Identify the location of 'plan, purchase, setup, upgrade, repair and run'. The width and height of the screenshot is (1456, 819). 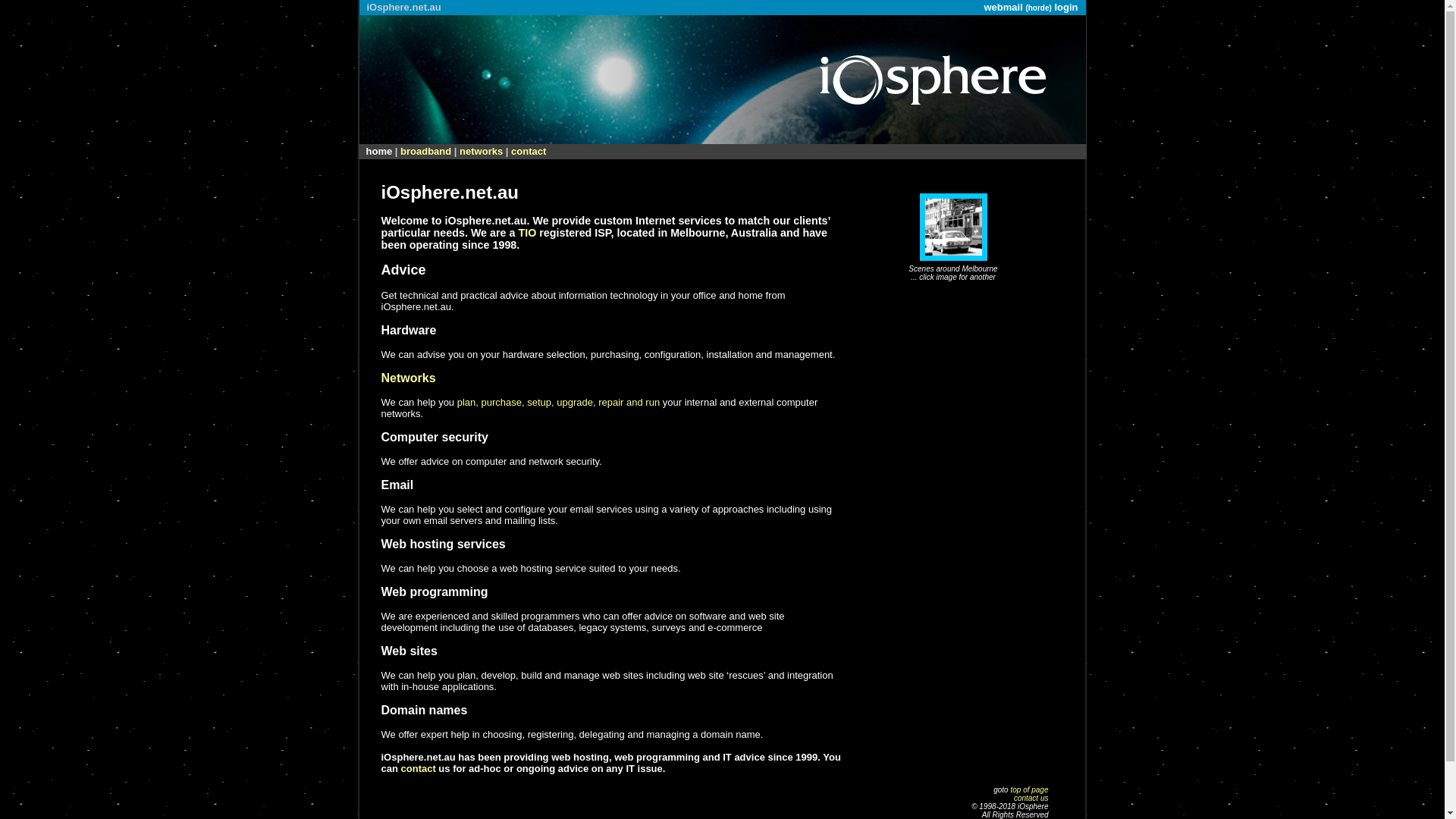
(557, 401).